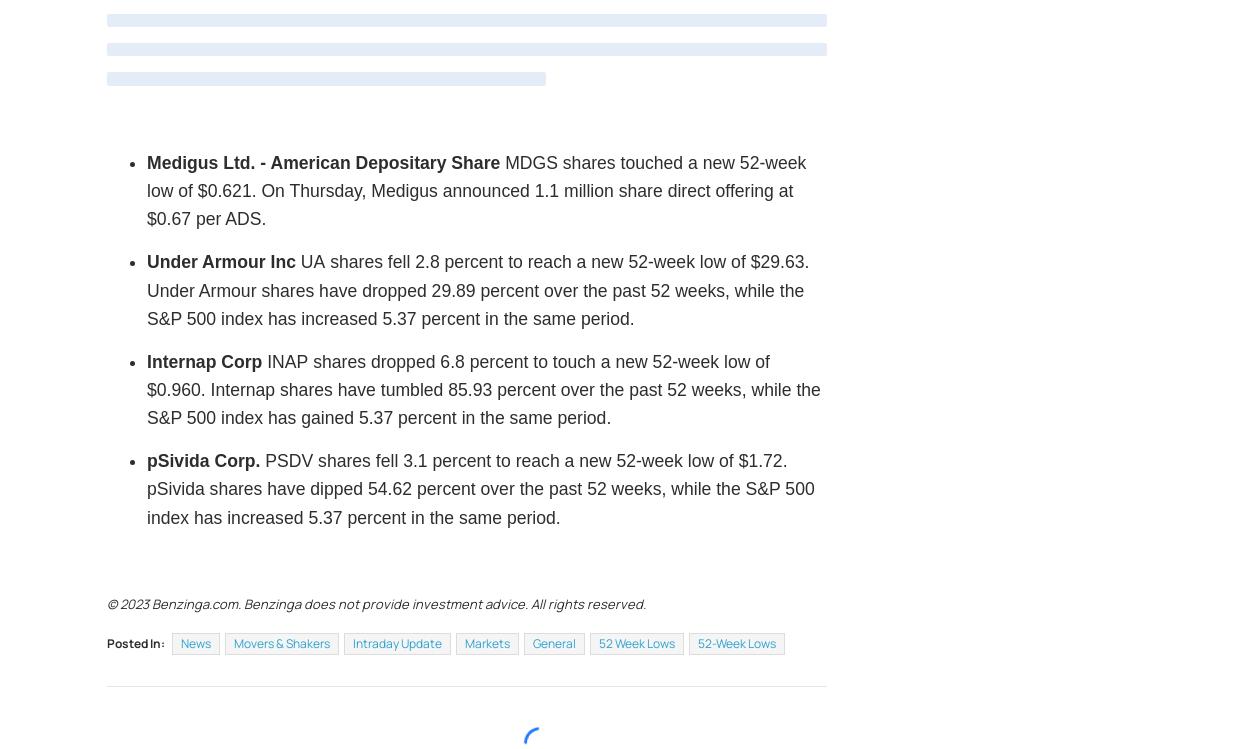 This screenshot has width=1250, height=749. What do you see at coordinates (531, 161) in the screenshot?
I see `'MDGS'` at bounding box center [531, 161].